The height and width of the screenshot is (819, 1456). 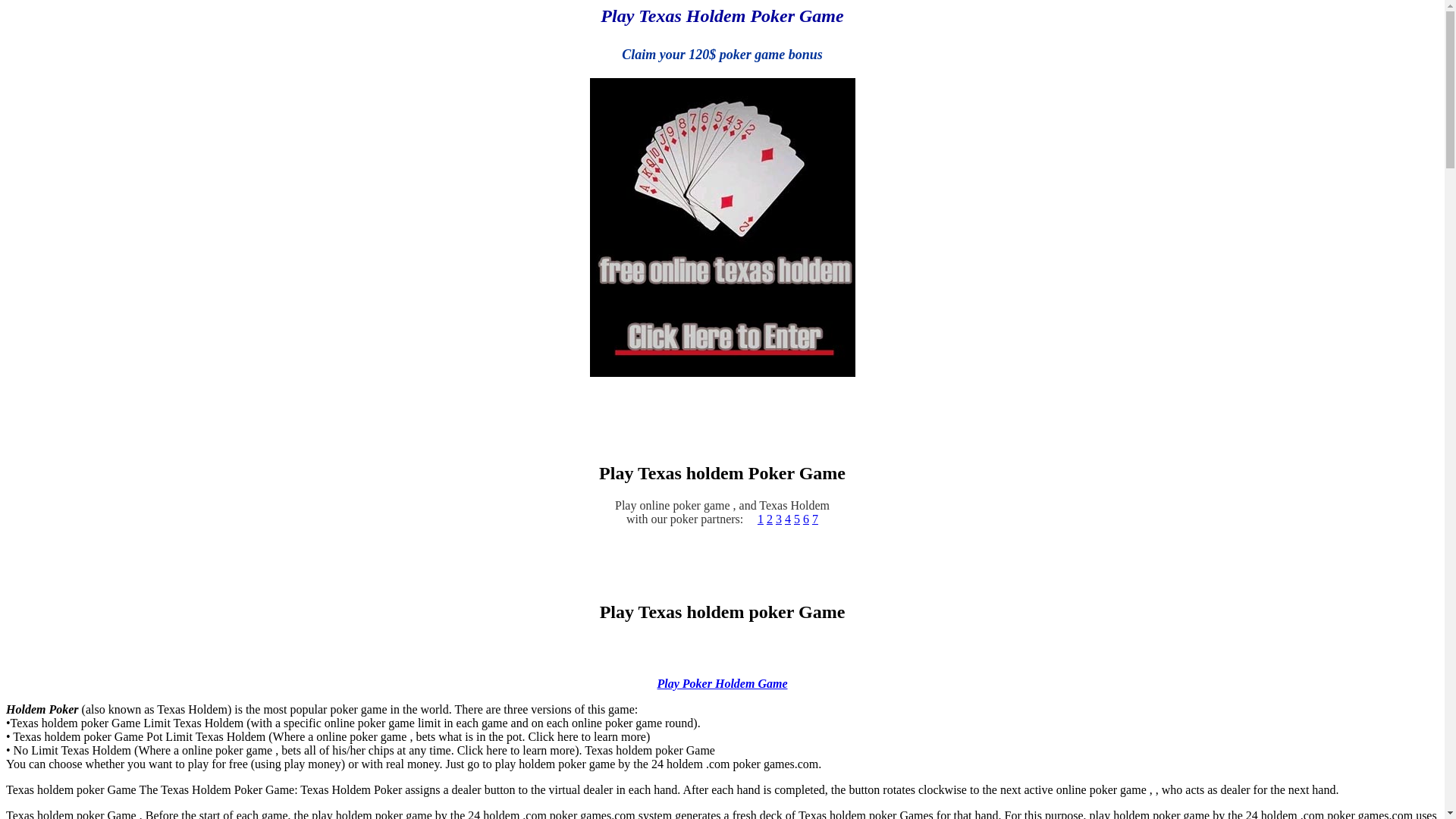 I want to click on '4', so click(x=787, y=518).